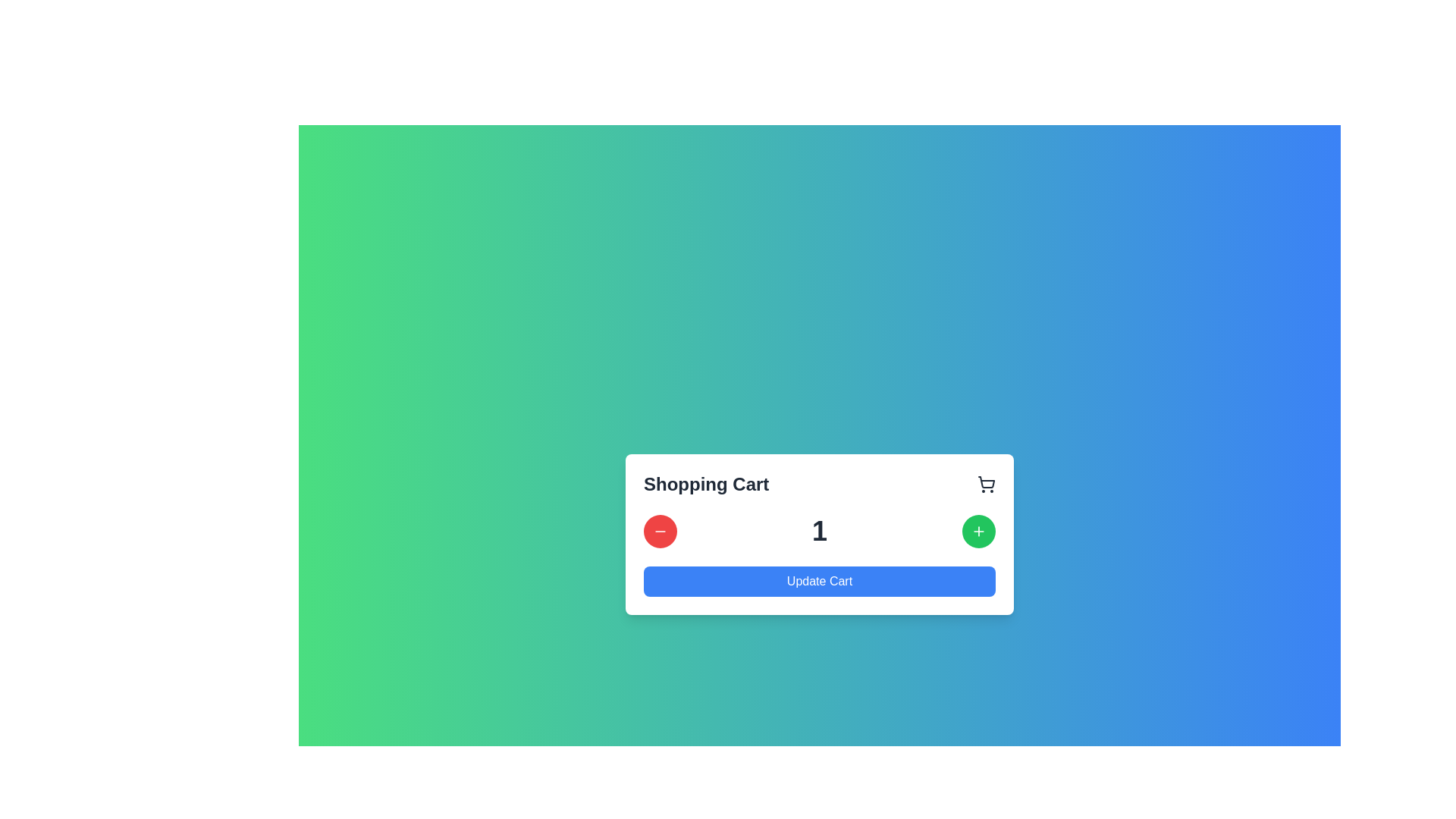  I want to click on the text label that indicates the purpose of the shopping cart interface, which is positioned to the left of the shopping cart icon and above the main content, so click(705, 485).